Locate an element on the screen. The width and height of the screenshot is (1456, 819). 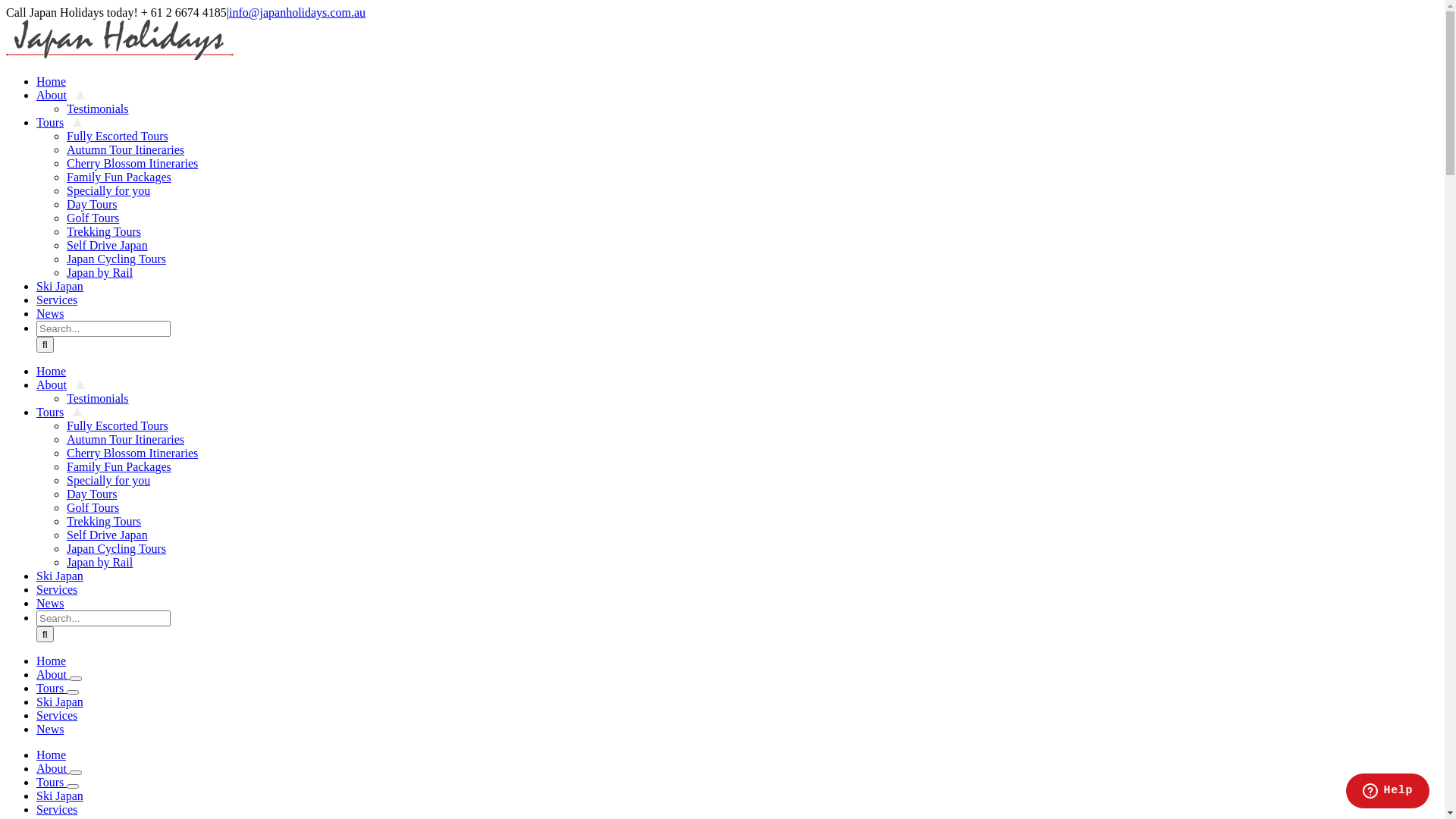
'Self Drive Japan' is located at coordinates (106, 534).